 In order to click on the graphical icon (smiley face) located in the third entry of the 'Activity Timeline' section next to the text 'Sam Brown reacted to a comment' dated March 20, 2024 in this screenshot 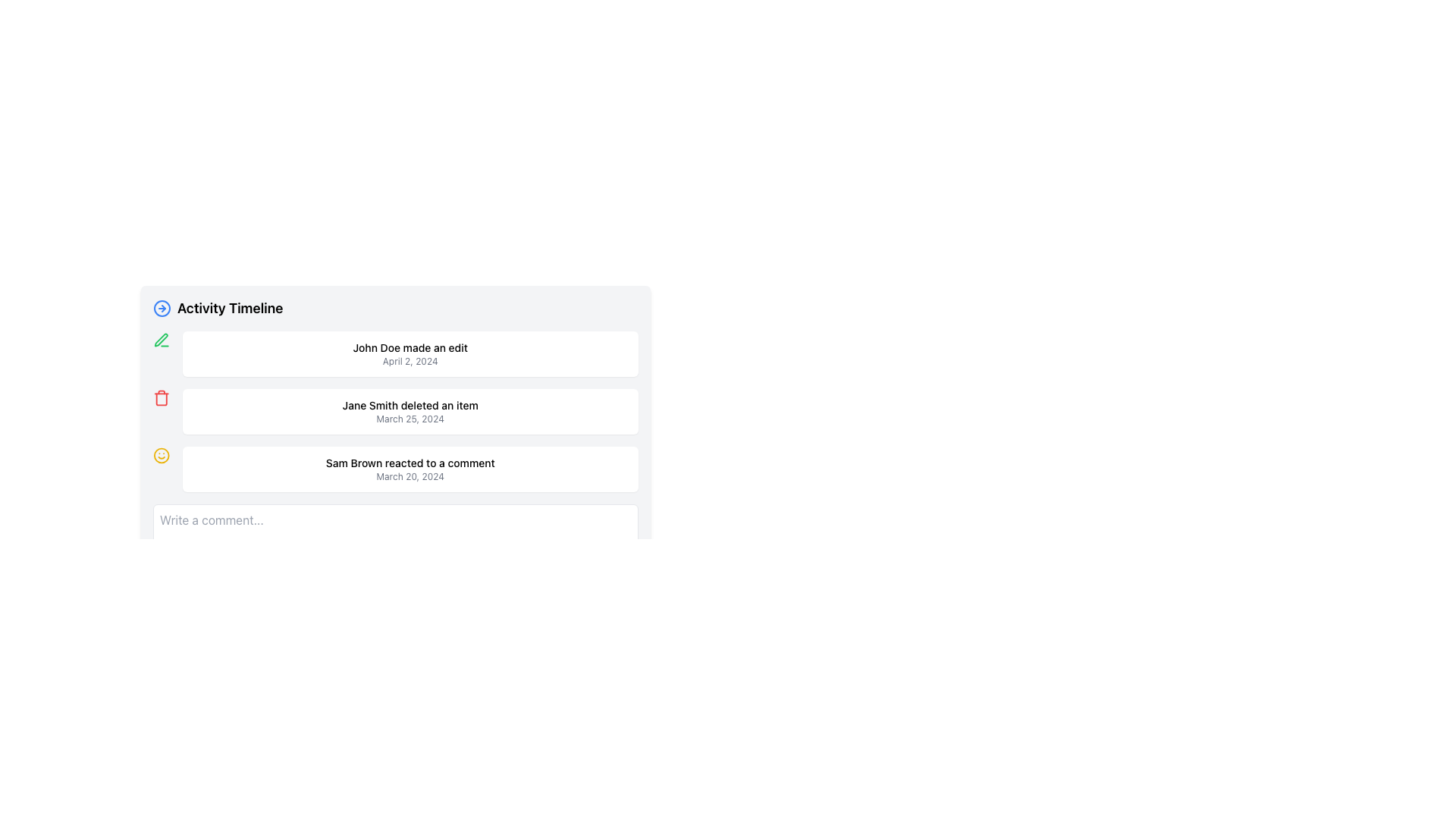, I will do `click(162, 455)`.